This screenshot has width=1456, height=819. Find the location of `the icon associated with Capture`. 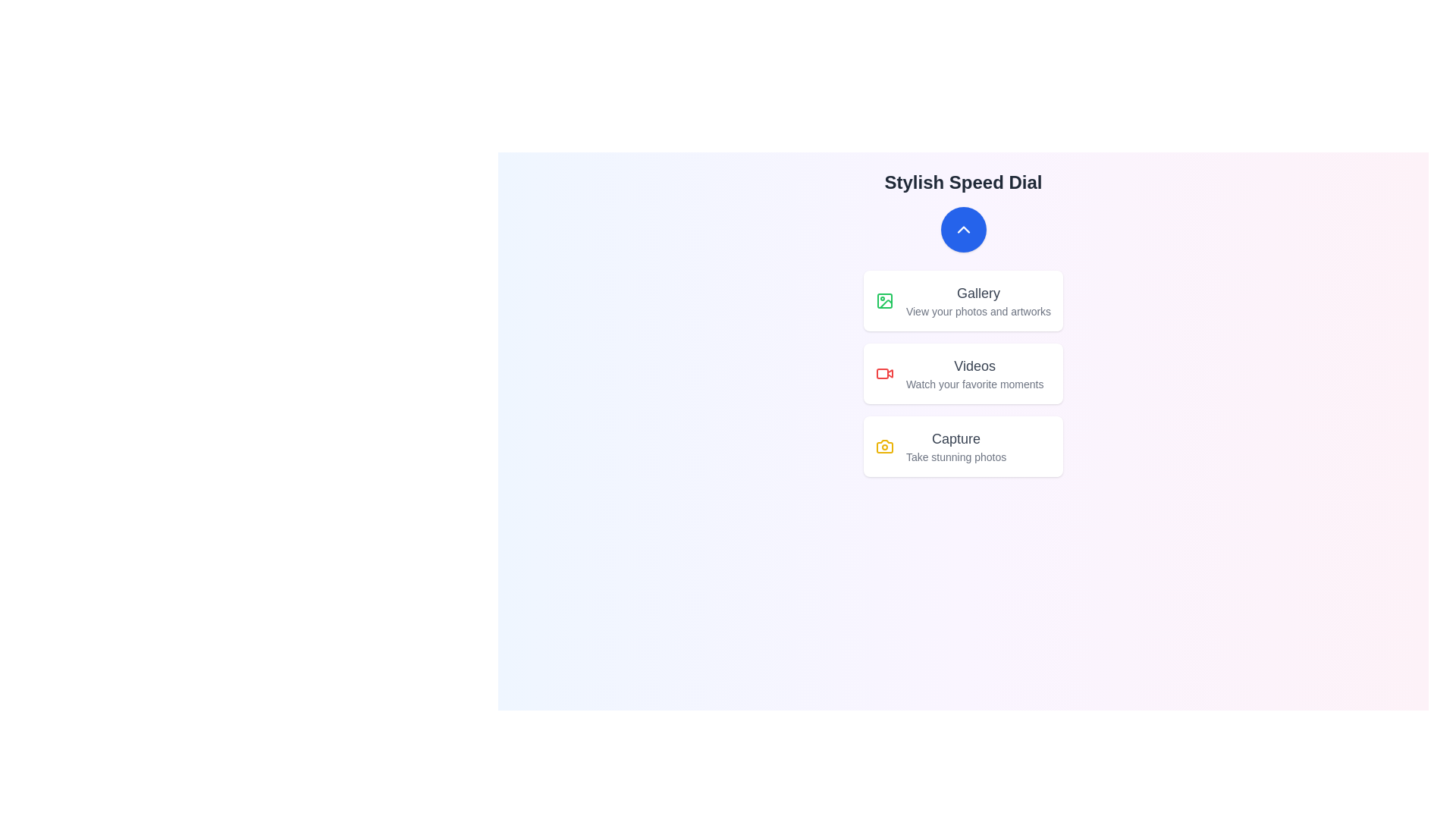

the icon associated with Capture is located at coordinates (884, 446).